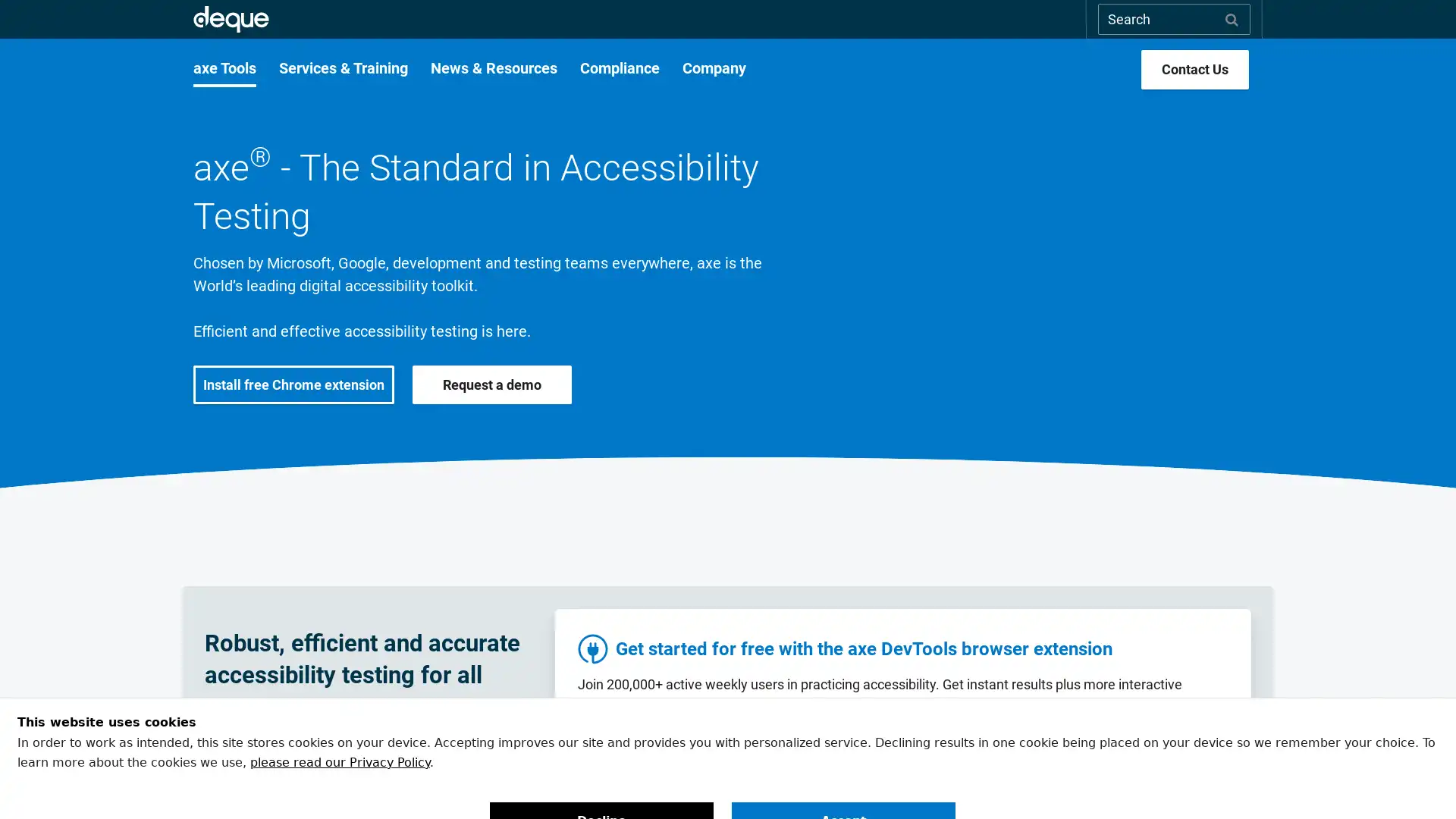 The height and width of the screenshot is (819, 1456). Describe the element at coordinates (1417, 780) in the screenshot. I see `Open Intercom Messenger` at that location.